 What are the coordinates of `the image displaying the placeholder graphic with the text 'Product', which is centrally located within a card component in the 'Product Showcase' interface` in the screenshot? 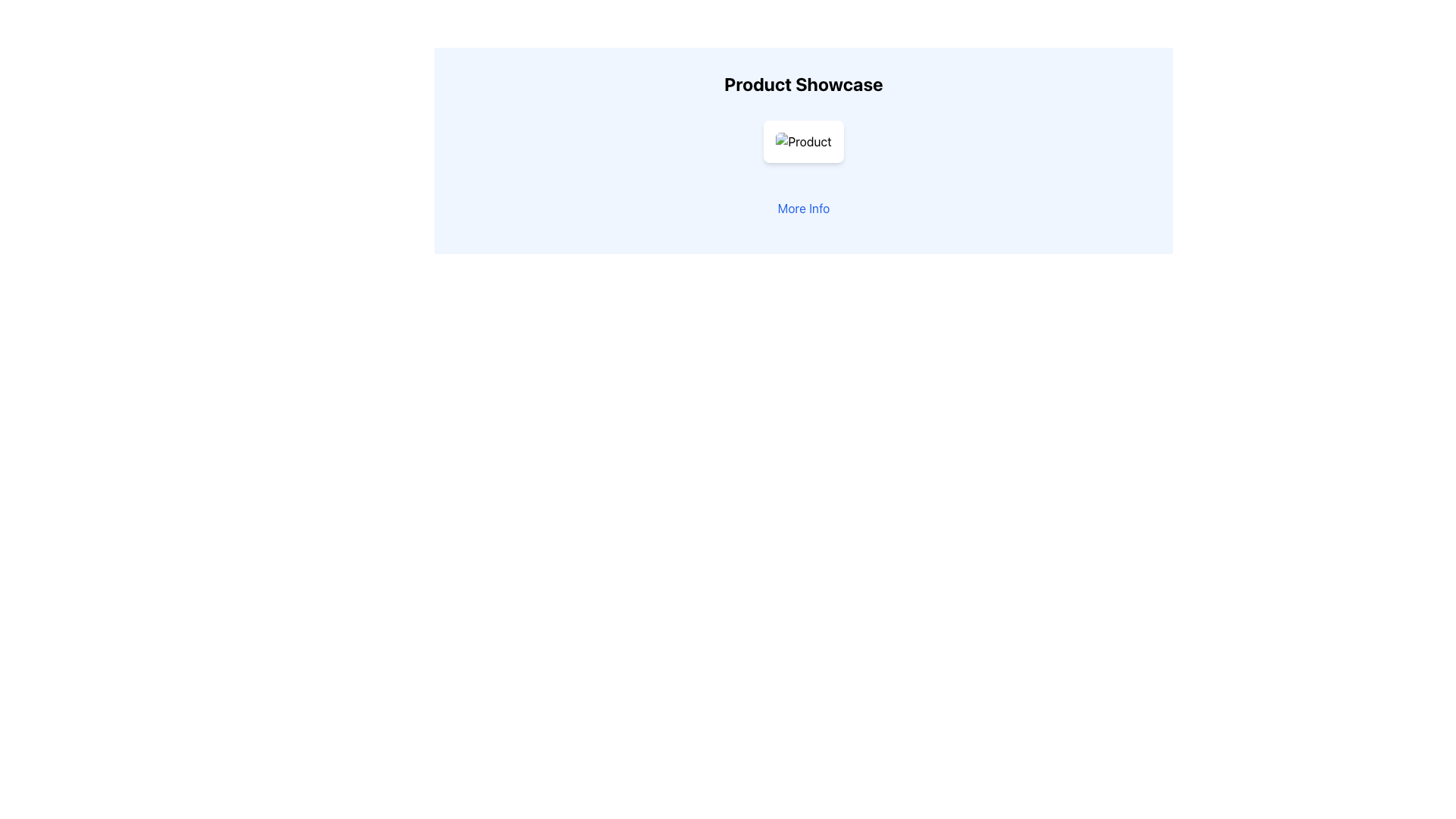 It's located at (803, 141).